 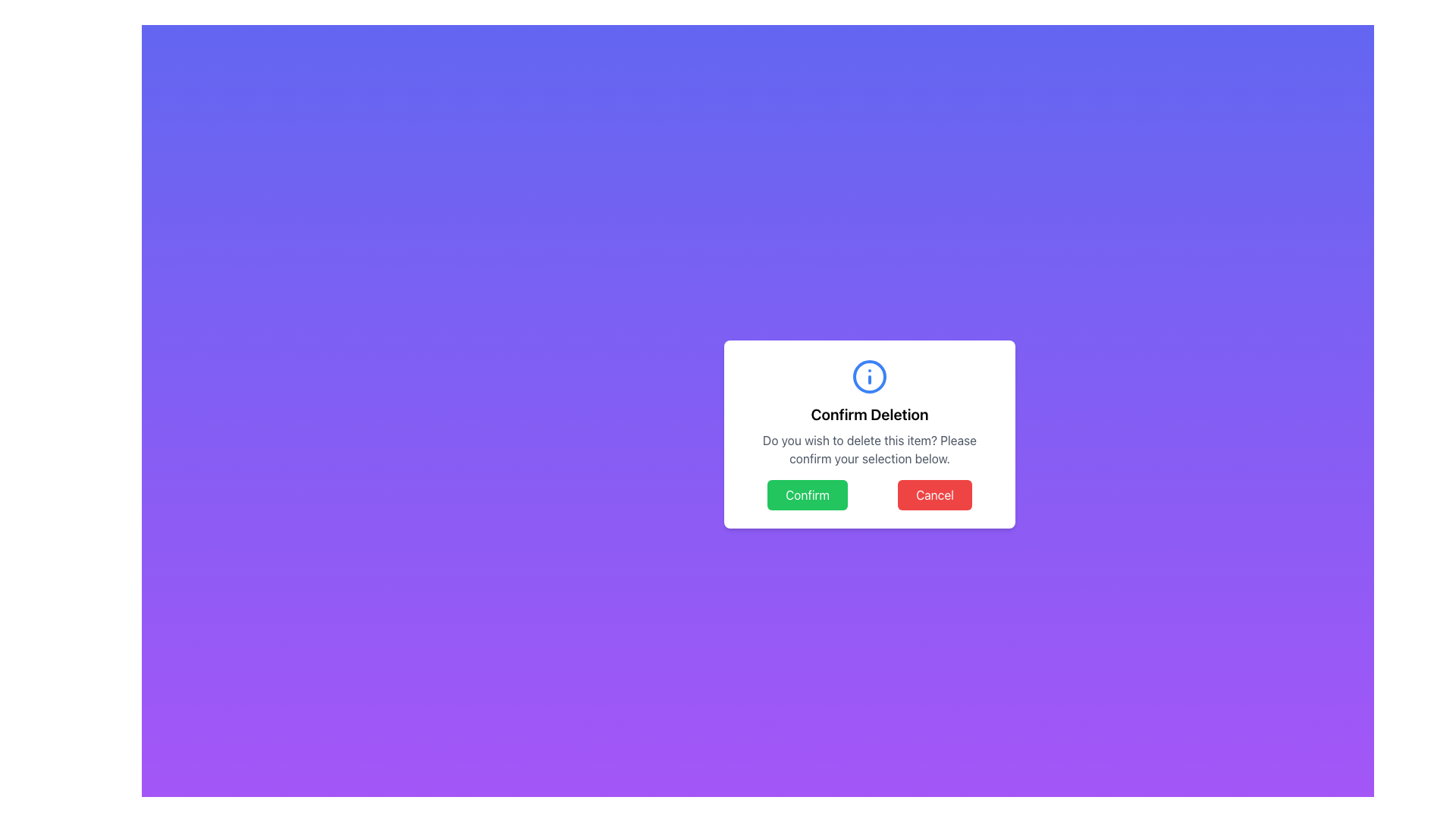 I want to click on the 'Cancel' button with a red background and white text, so click(x=934, y=494).